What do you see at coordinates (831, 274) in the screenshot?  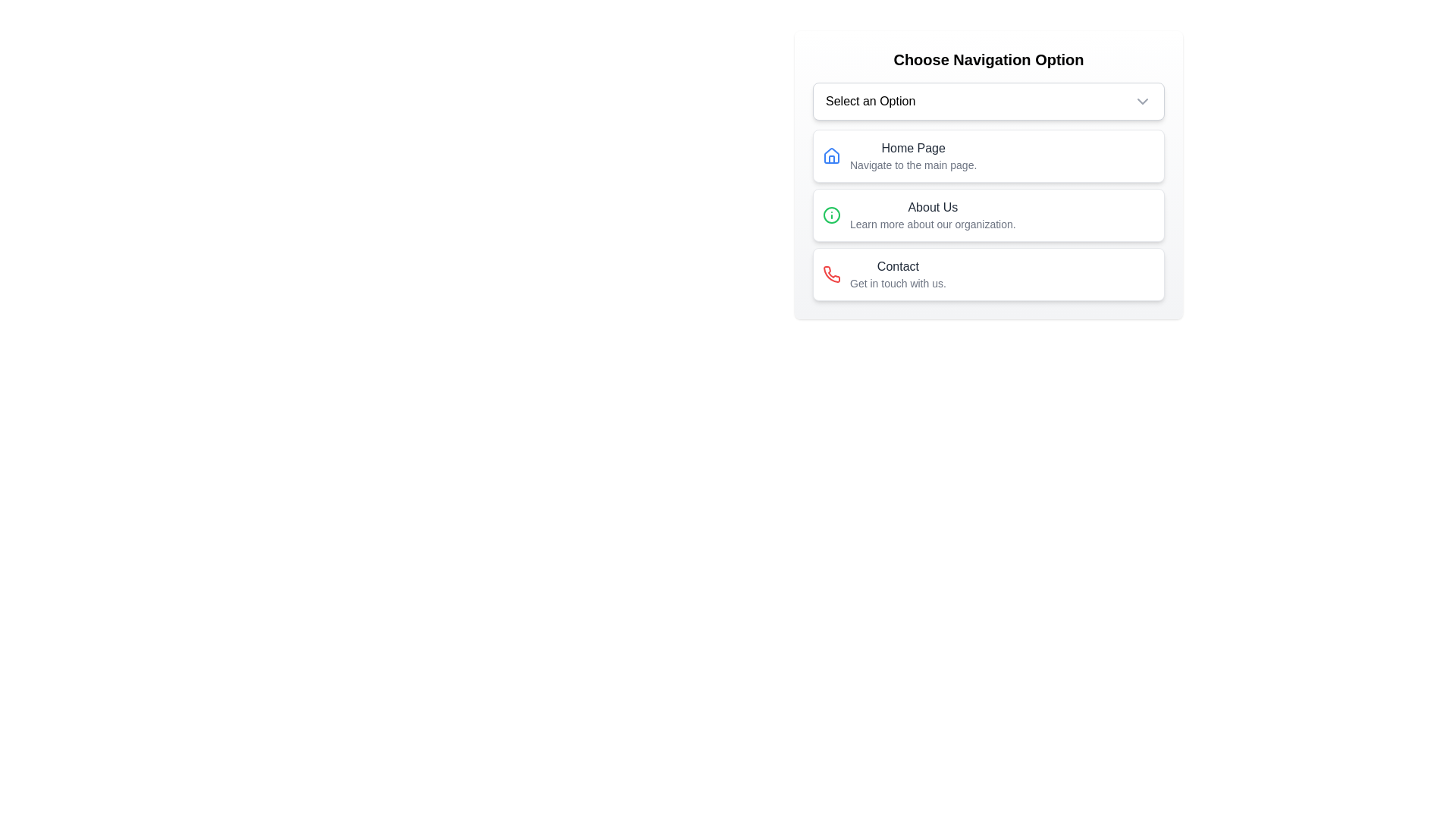 I see `the red phone icon representing the call feature, which is the third option in the vertical list of navigation items` at bounding box center [831, 274].